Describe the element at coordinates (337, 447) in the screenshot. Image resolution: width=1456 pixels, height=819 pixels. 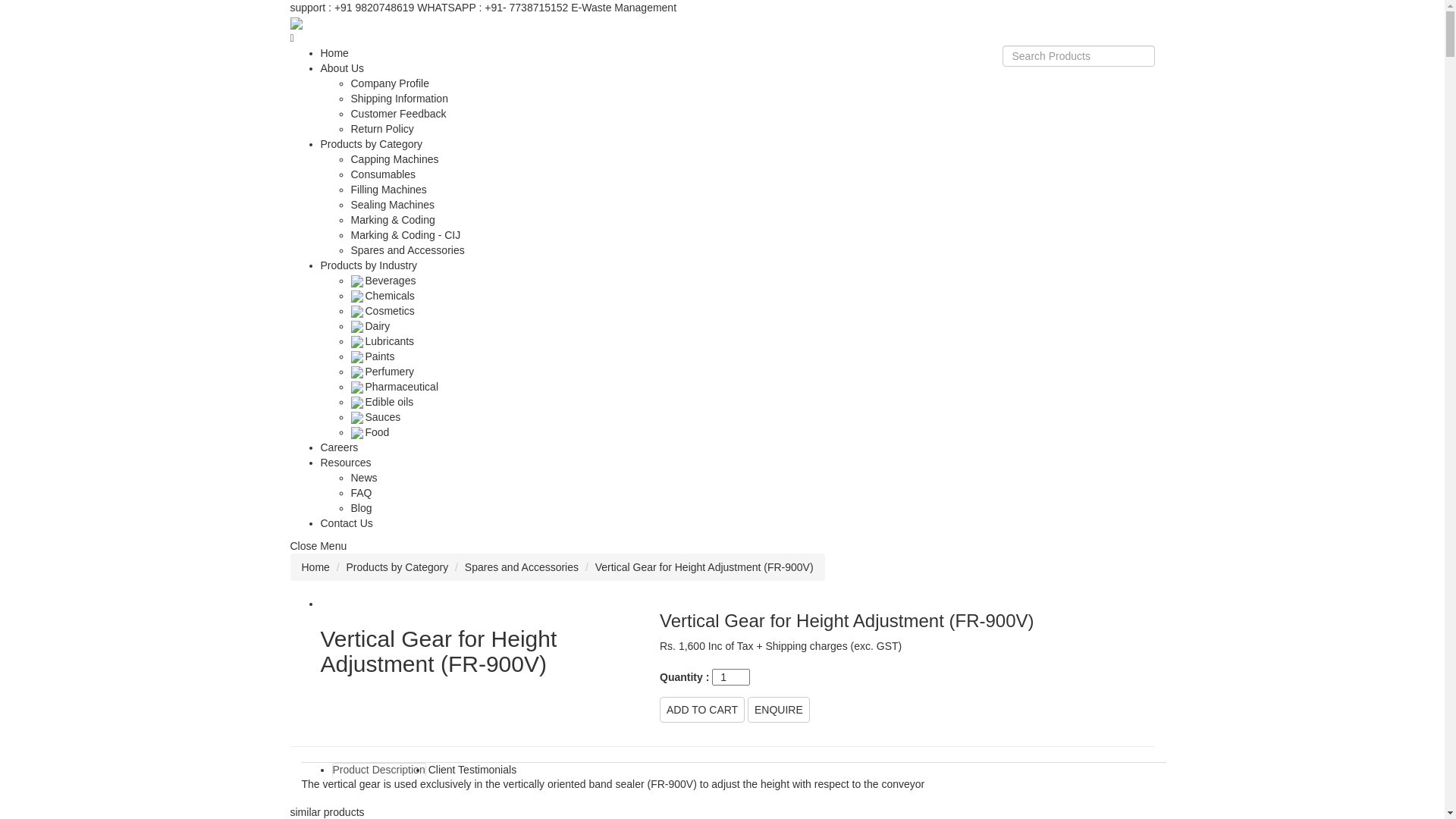
I see `'Careers'` at that location.